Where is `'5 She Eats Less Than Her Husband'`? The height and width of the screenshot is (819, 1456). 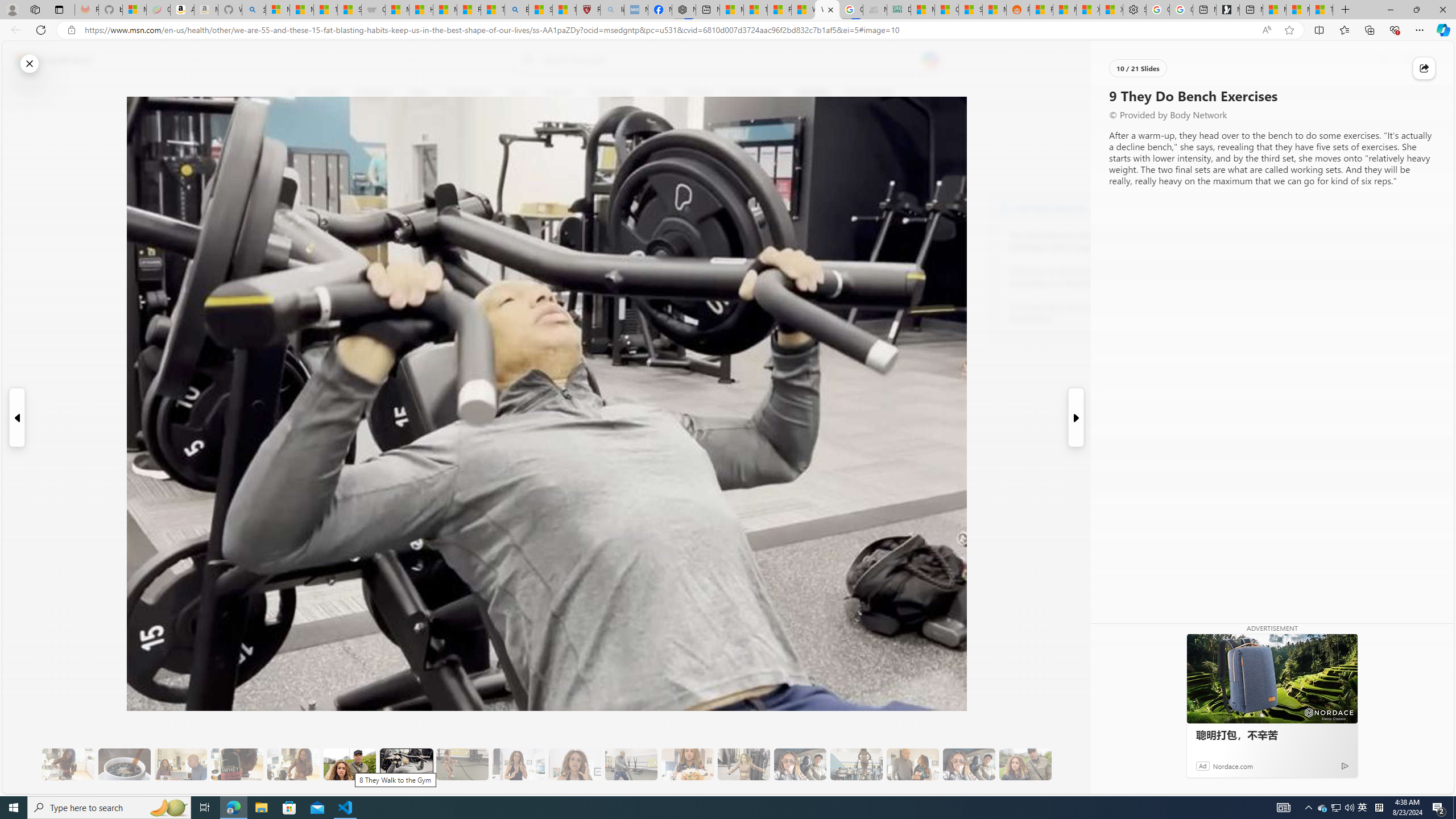 '5 She Eats Less Than Her Husband' is located at coordinates (180, 764).